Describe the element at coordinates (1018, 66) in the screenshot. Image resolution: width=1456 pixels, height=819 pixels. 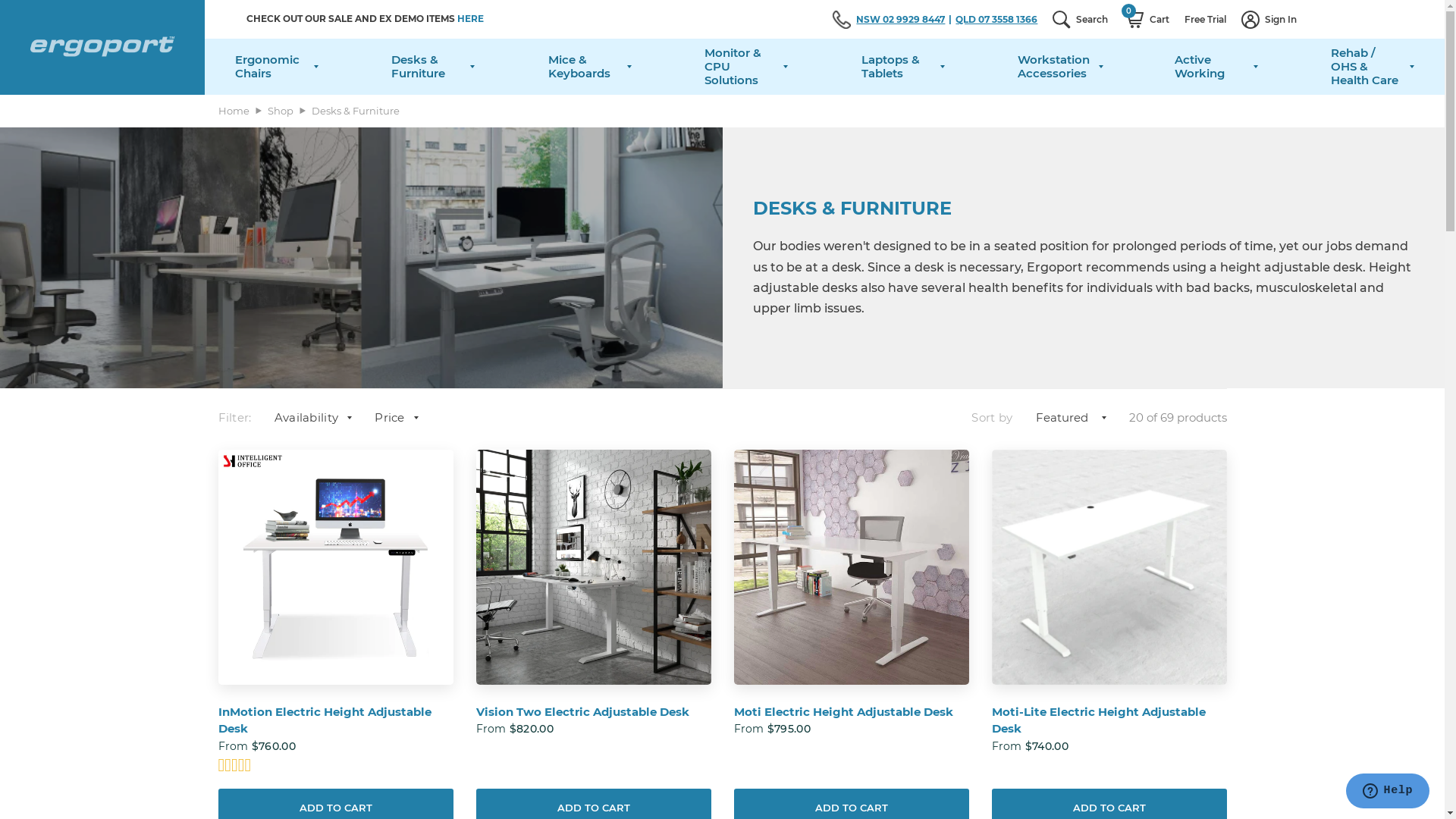
I see `'Workstation Accessories'` at that location.